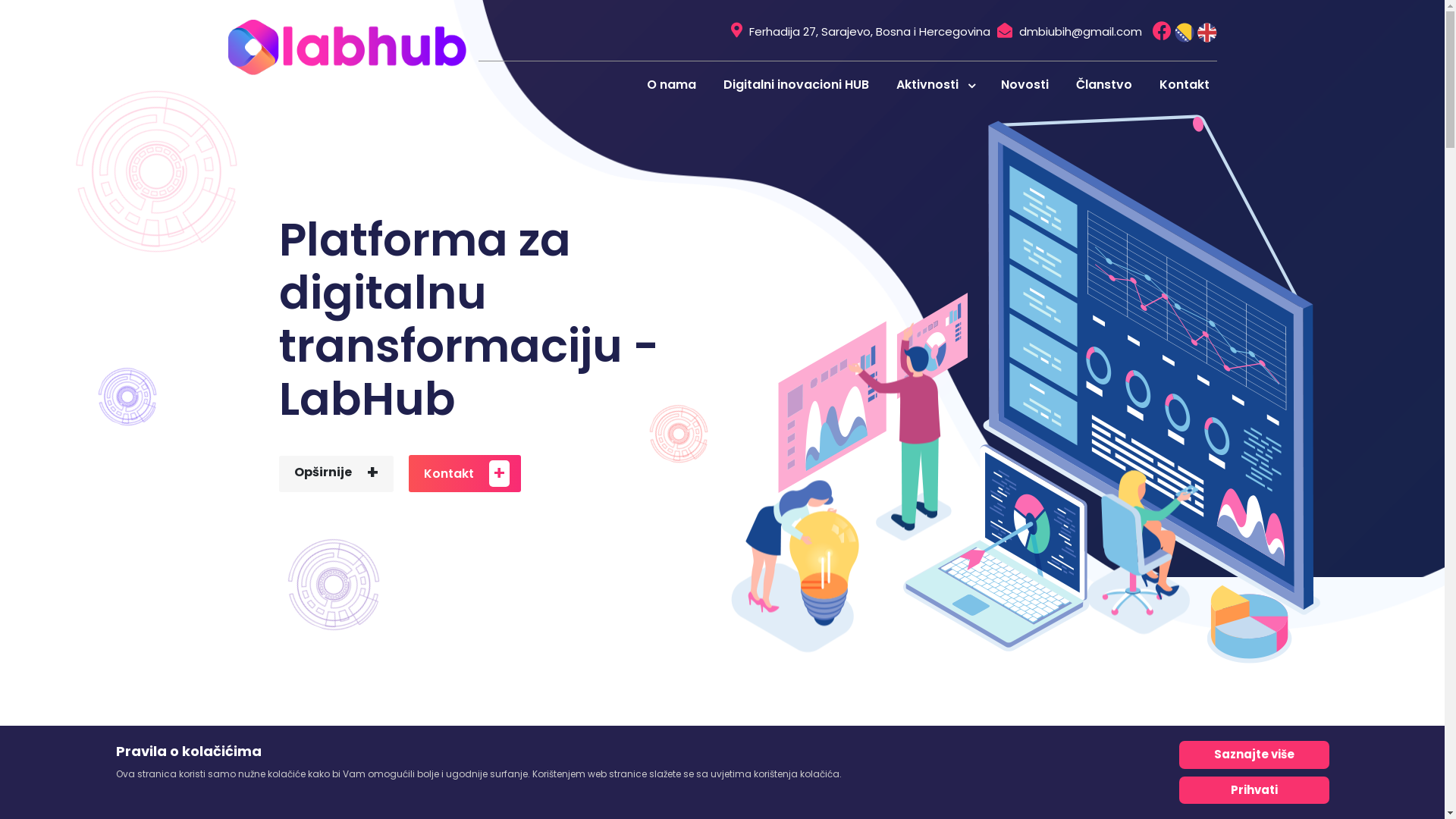 The image size is (1456, 819). I want to click on 'O nama', so click(670, 84).